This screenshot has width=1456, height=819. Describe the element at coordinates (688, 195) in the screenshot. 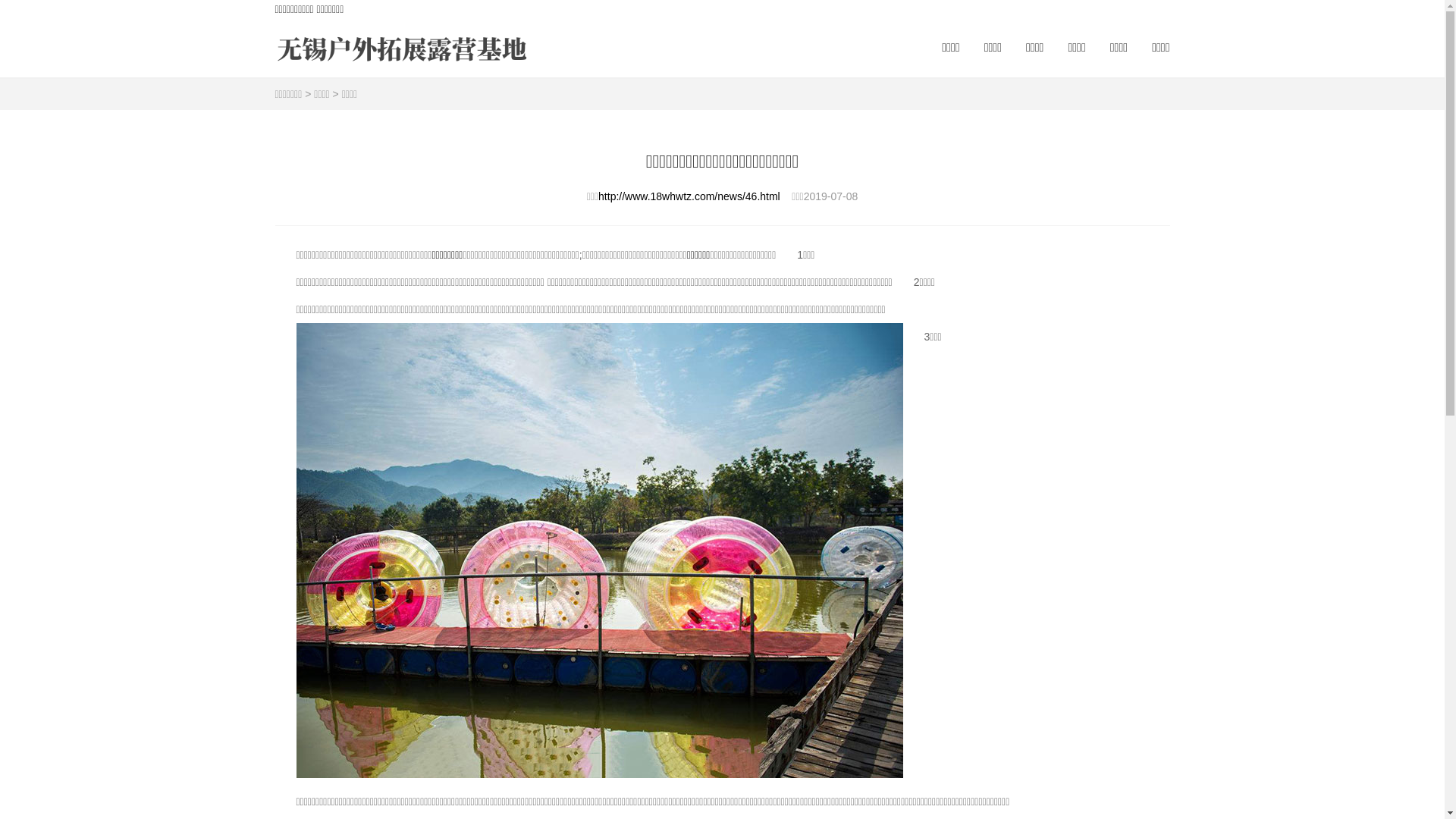

I see `'http://www.18whwtz.com/news/46.html'` at that location.